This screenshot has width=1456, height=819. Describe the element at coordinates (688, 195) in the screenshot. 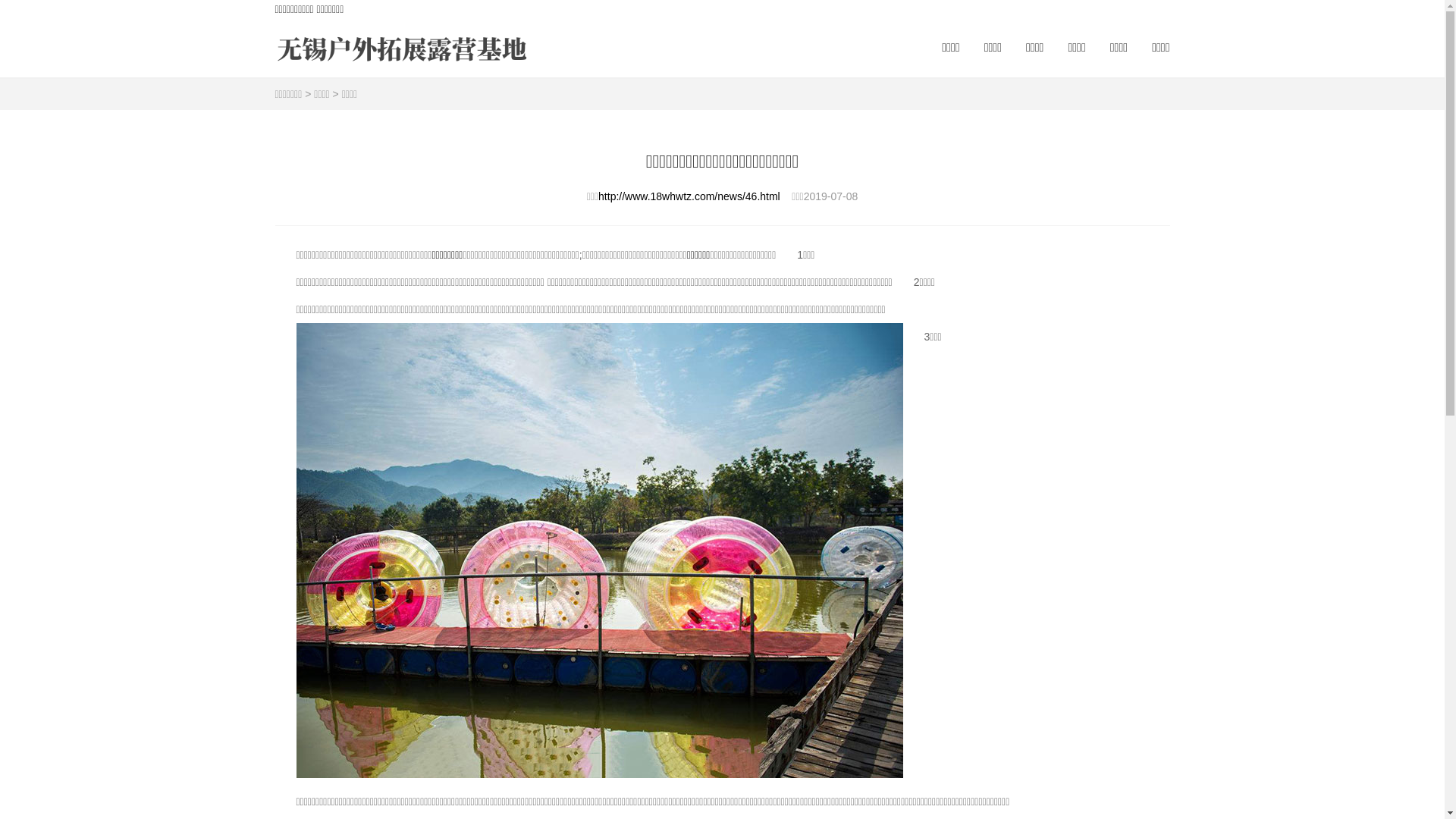

I see `'http://www.18whwtz.com/news/46.html'` at that location.